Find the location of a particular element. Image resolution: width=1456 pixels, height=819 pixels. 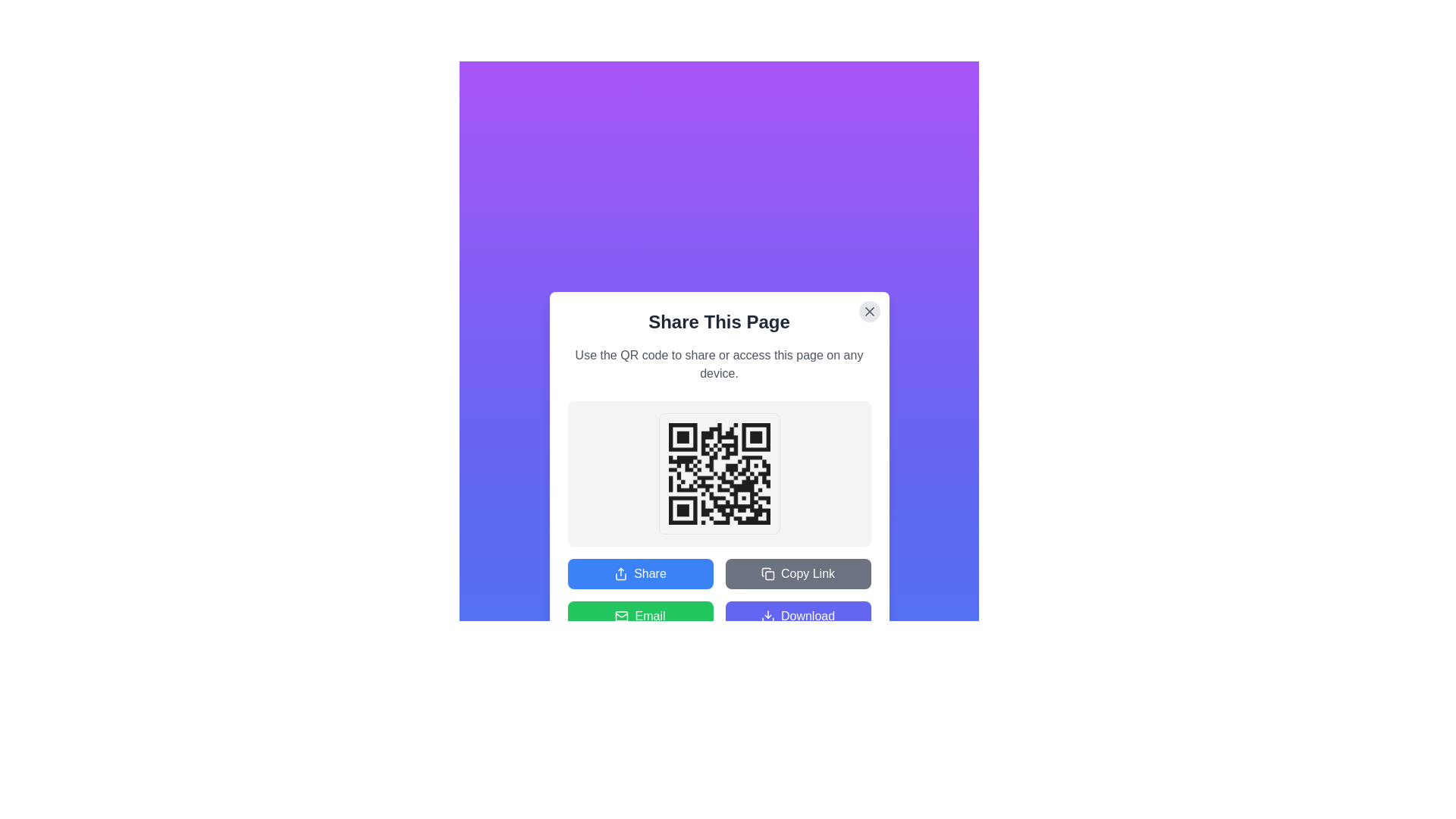

the green rectangular 'Email' button with a white envelope icon is located at coordinates (640, 617).